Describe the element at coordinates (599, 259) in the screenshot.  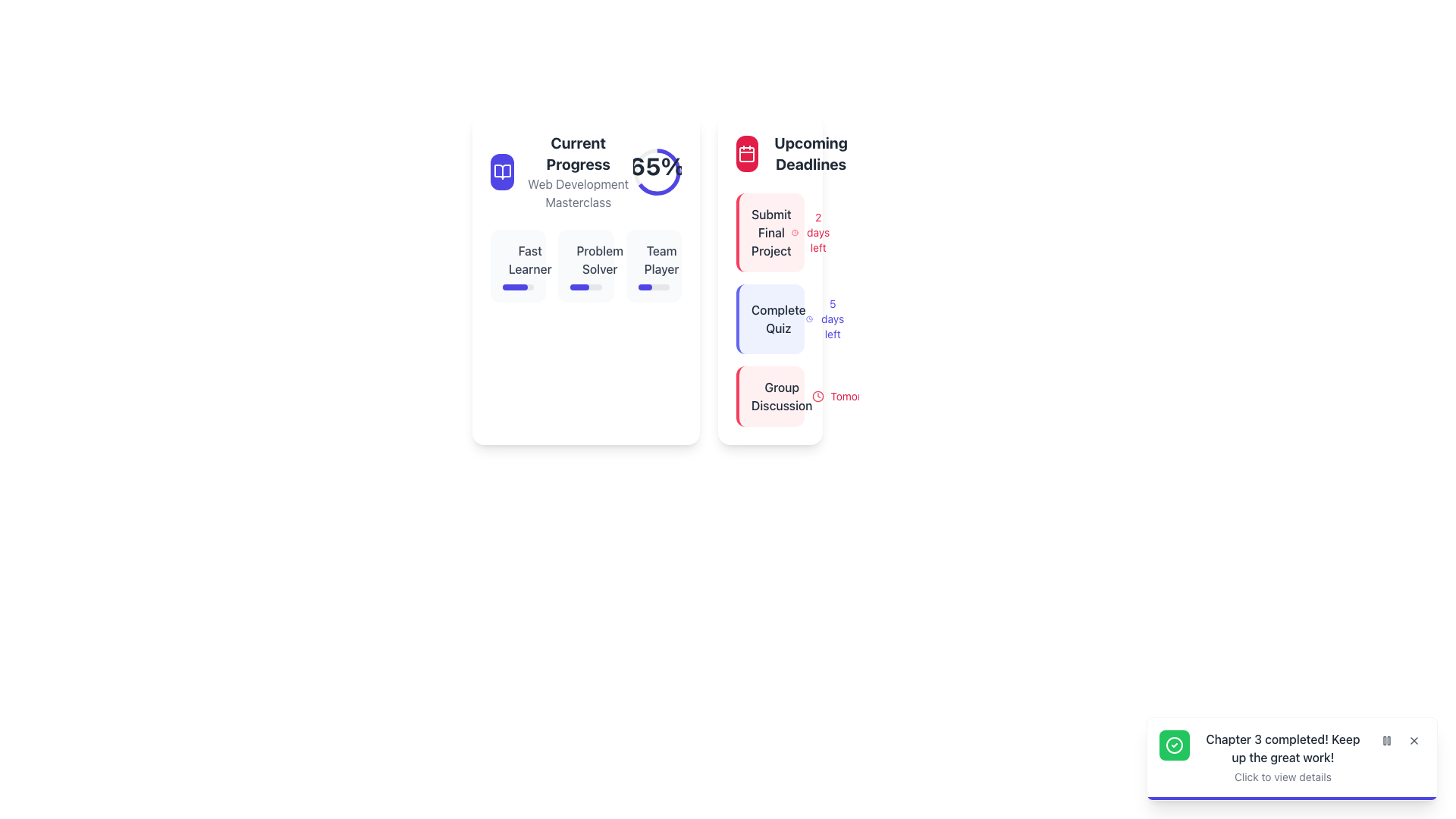
I see `the 'Problem Solver' text label` at that location.